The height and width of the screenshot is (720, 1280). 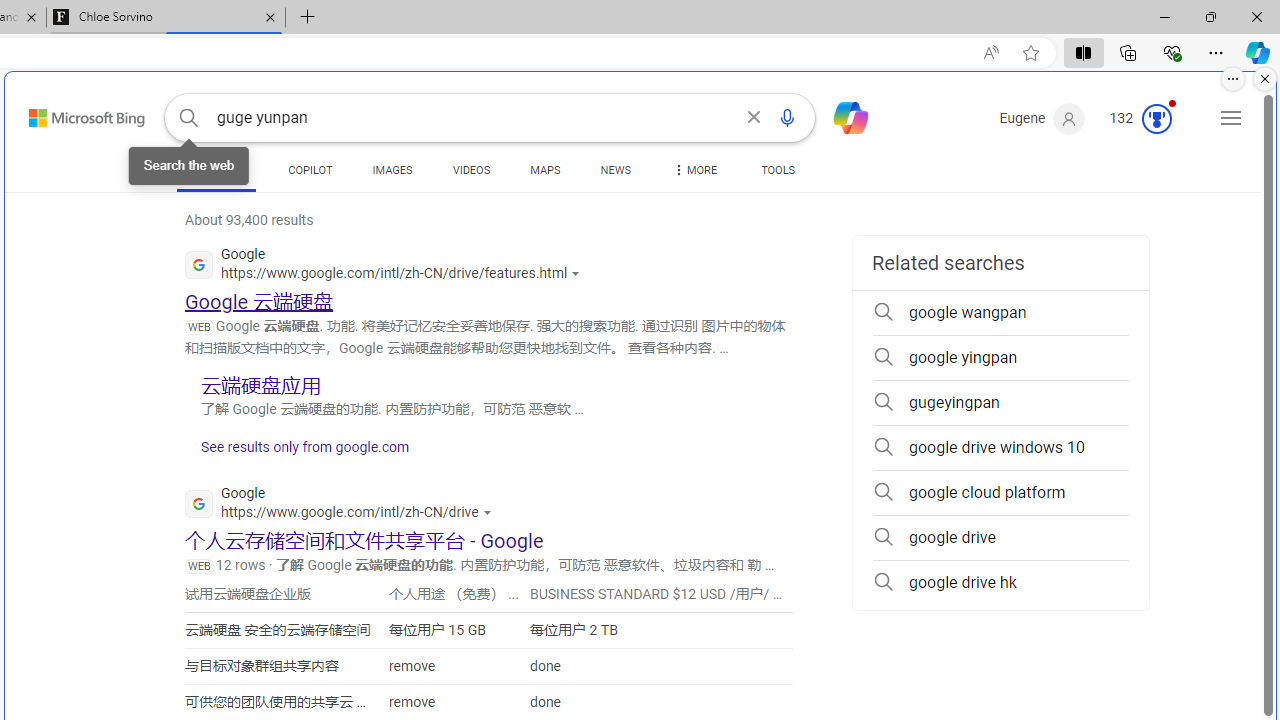 What do you see at coordinates (1000, 582) in the screenshot?
I see `'google drive hk'` at bounding box center [1000, 582].